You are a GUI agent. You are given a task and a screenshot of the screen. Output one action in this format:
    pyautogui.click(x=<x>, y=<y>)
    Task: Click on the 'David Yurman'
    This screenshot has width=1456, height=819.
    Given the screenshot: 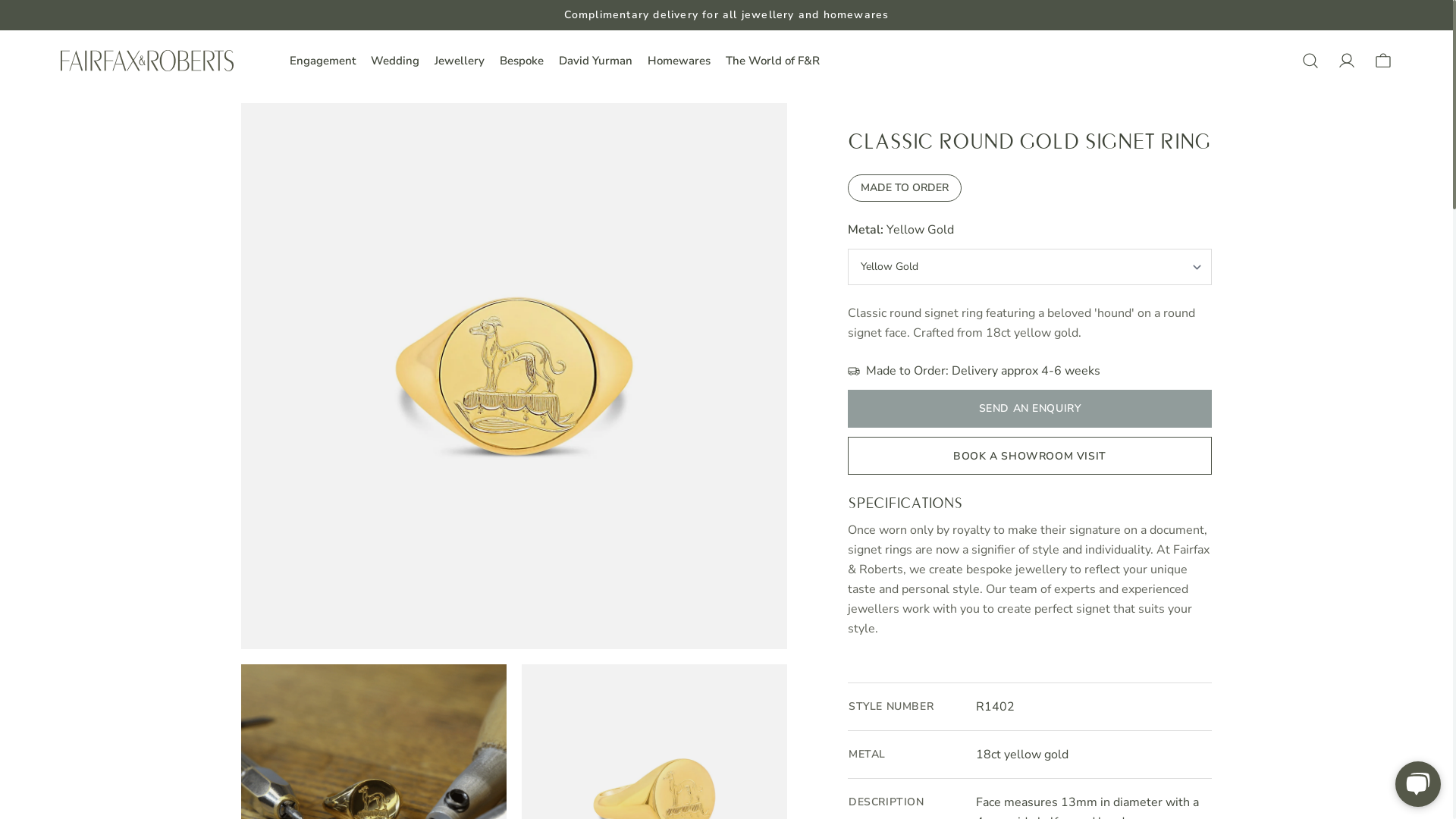 What is the action you would take?
    pyautogui.click(x=595, y=60)
    